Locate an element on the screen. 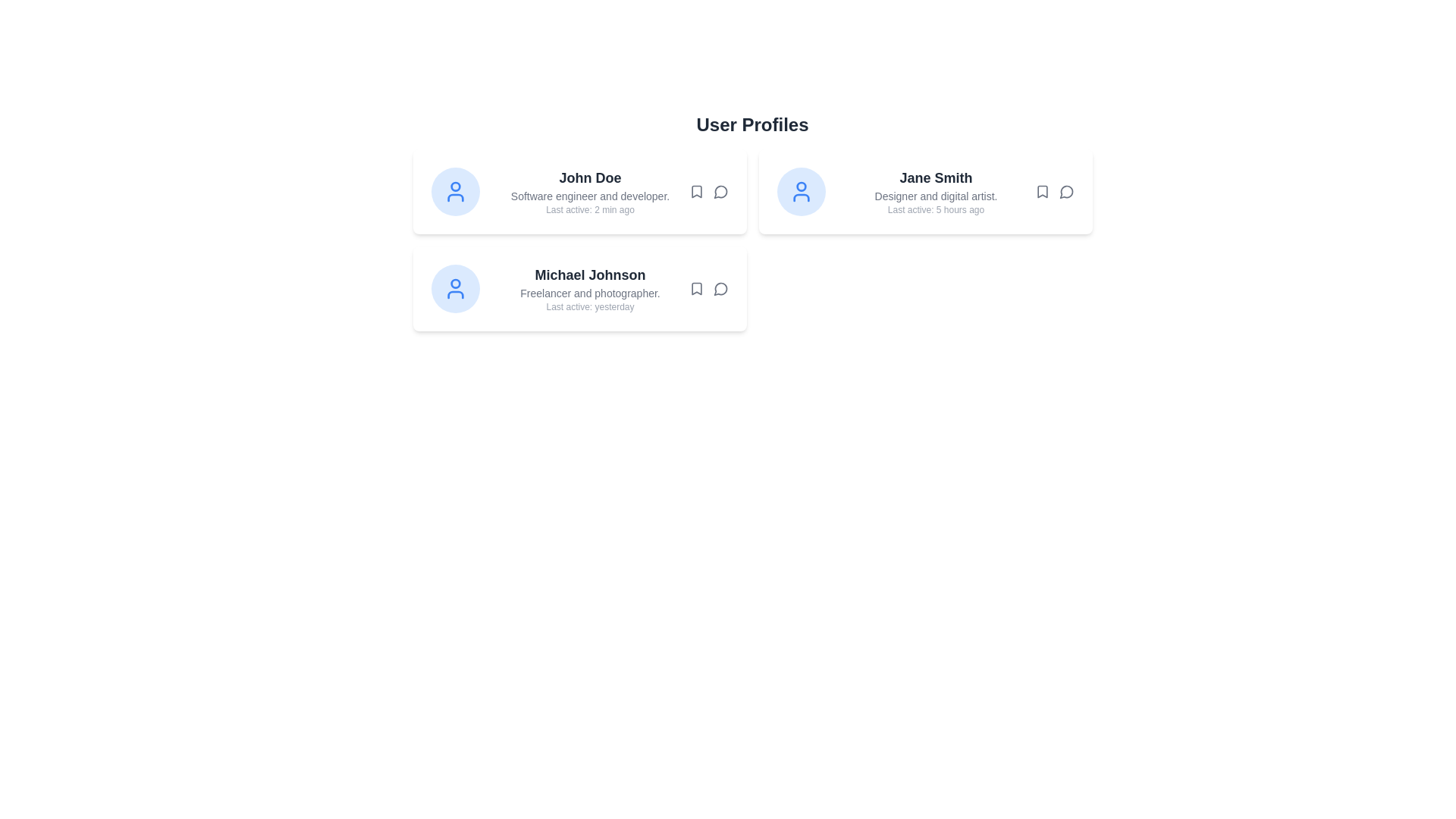 The width and height of the screenshot is (1456, 819). the speech bubble icon located on the right side of 'Last active: 5 hours ago' in the user profile card for 'Jane Smith' is located at coordinates (1053, 191).